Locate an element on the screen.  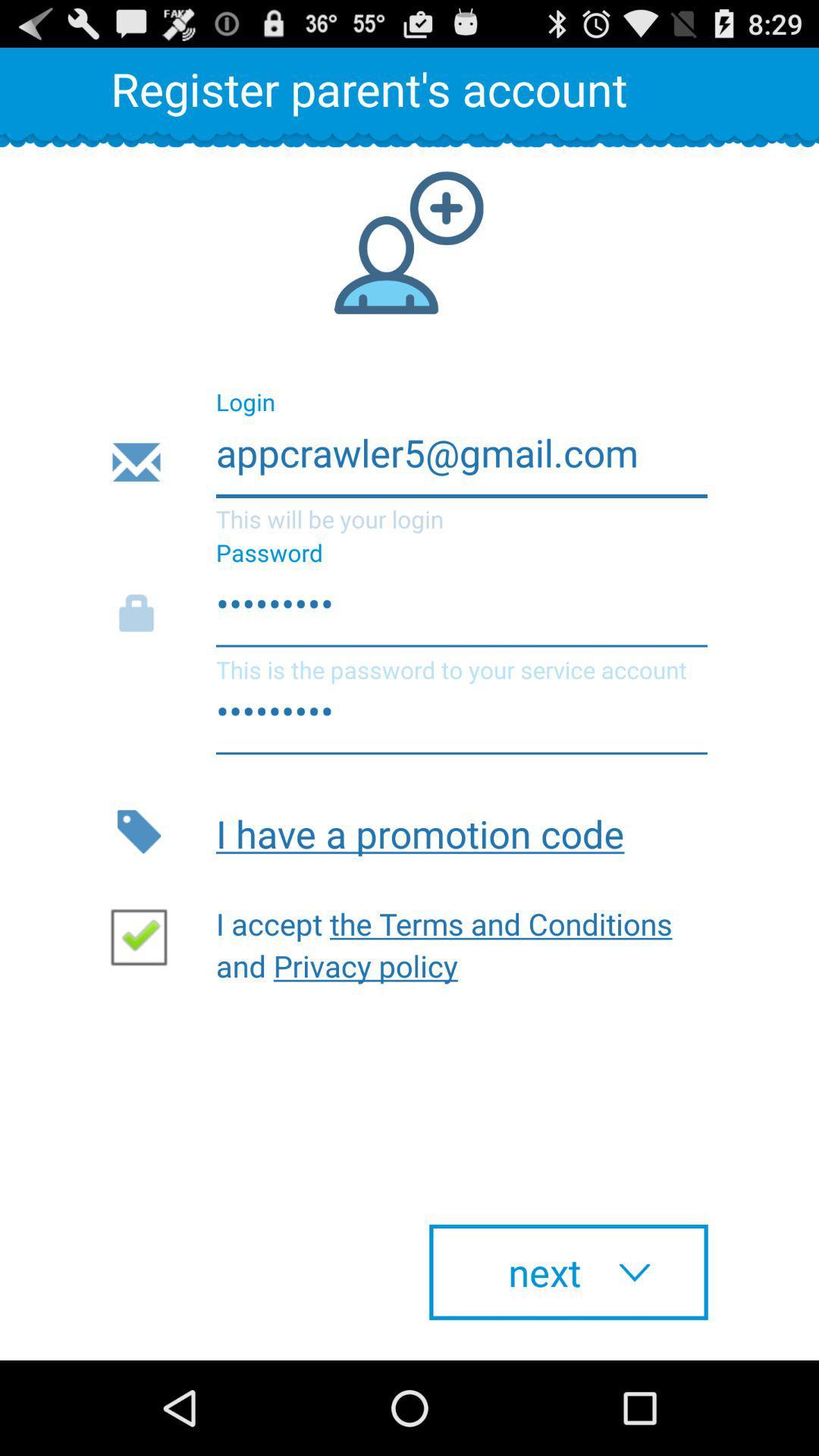
the icon above i accept the item is located at coordinates (461, 830).